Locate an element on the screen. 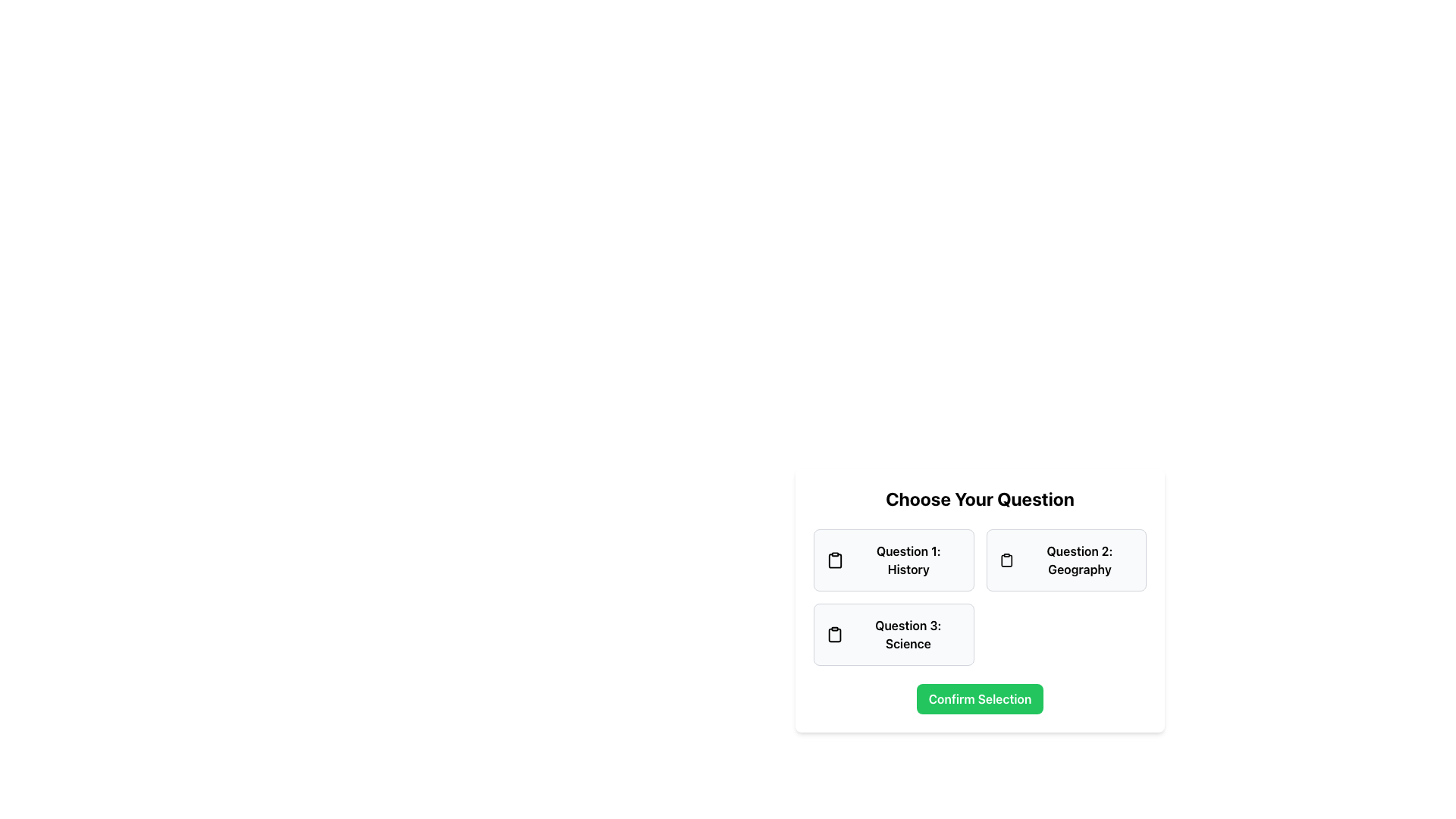 The width and height of the screenshot is (1456, 819). the clipboard icon located to the left of the text 'Question 2: Geography' in the bordered rectangular section is located at coordinates (1006, 560).